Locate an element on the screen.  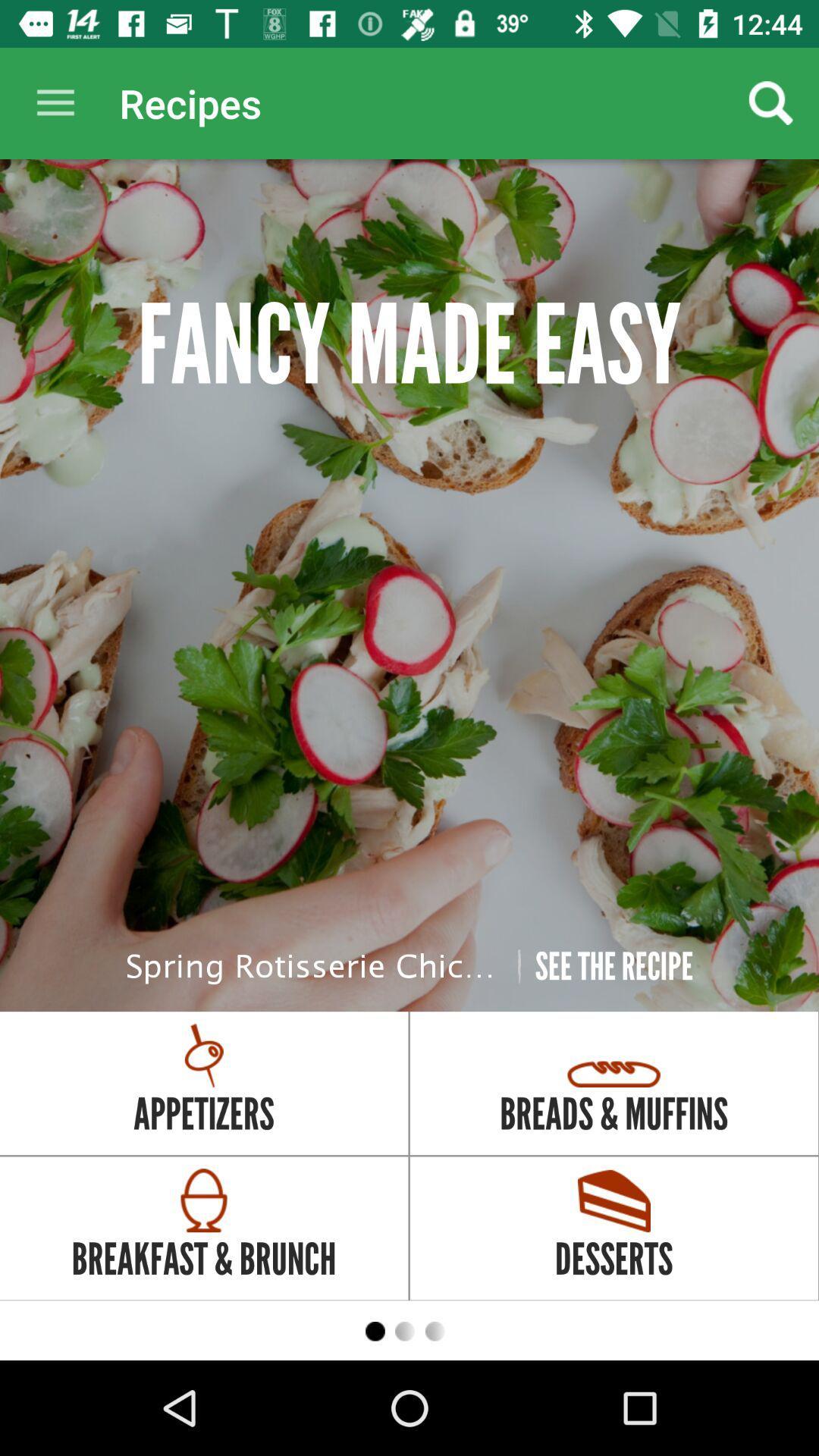
item next to the recipes app is located at coordinates (55, 102).